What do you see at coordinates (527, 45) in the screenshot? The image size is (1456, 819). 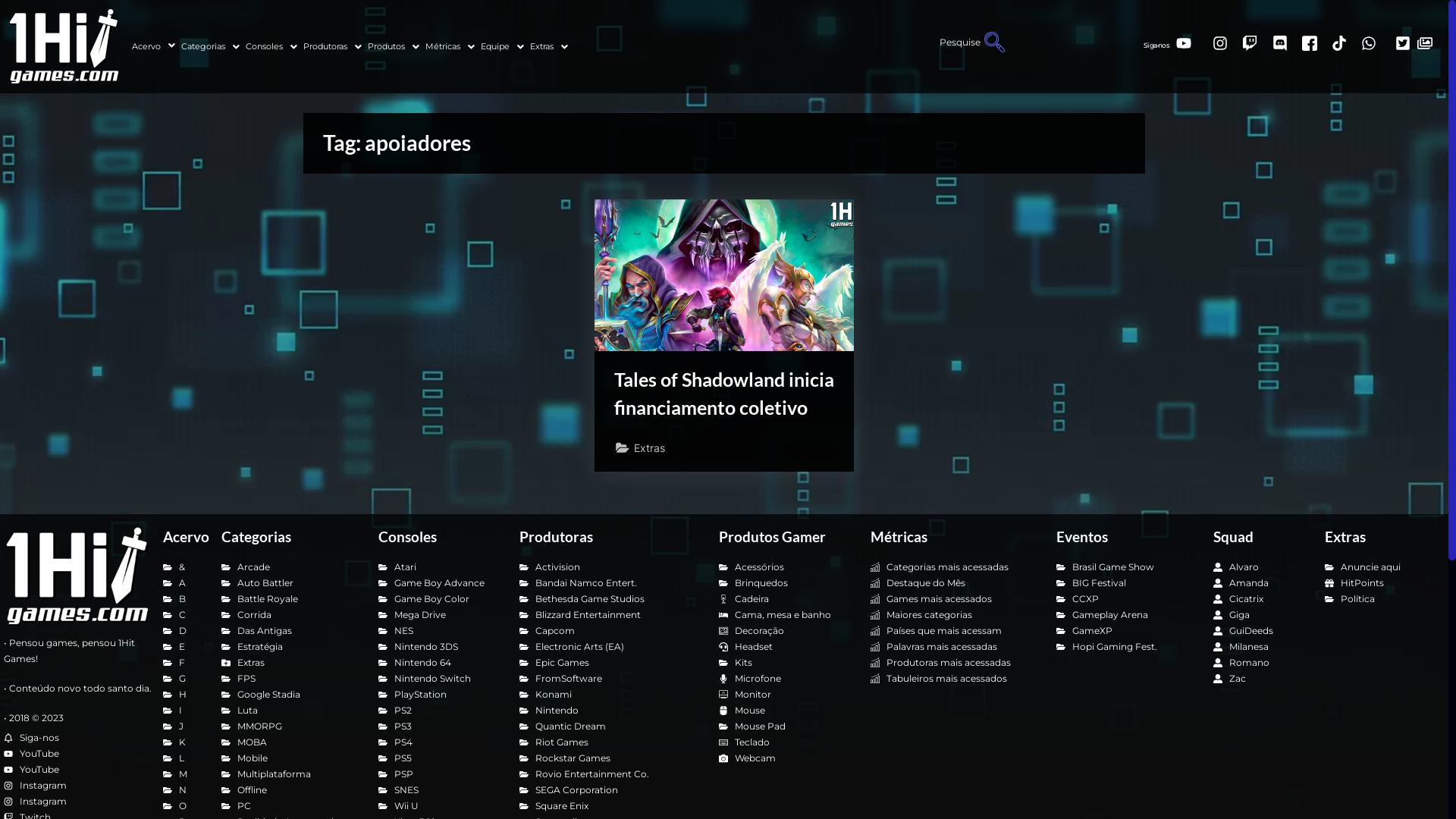 I see `'Extras'` at bounding box center [527, 45].